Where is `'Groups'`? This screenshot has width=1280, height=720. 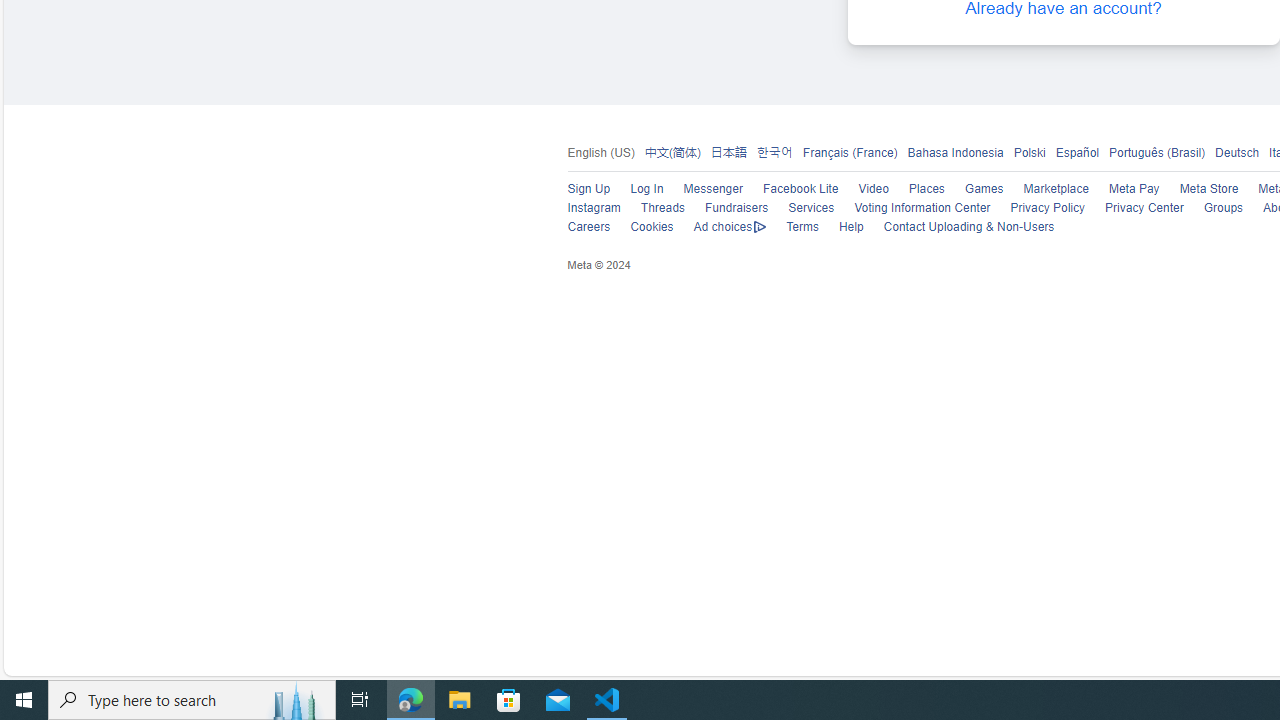
'Groups' is located at coordinates (1222, 208).